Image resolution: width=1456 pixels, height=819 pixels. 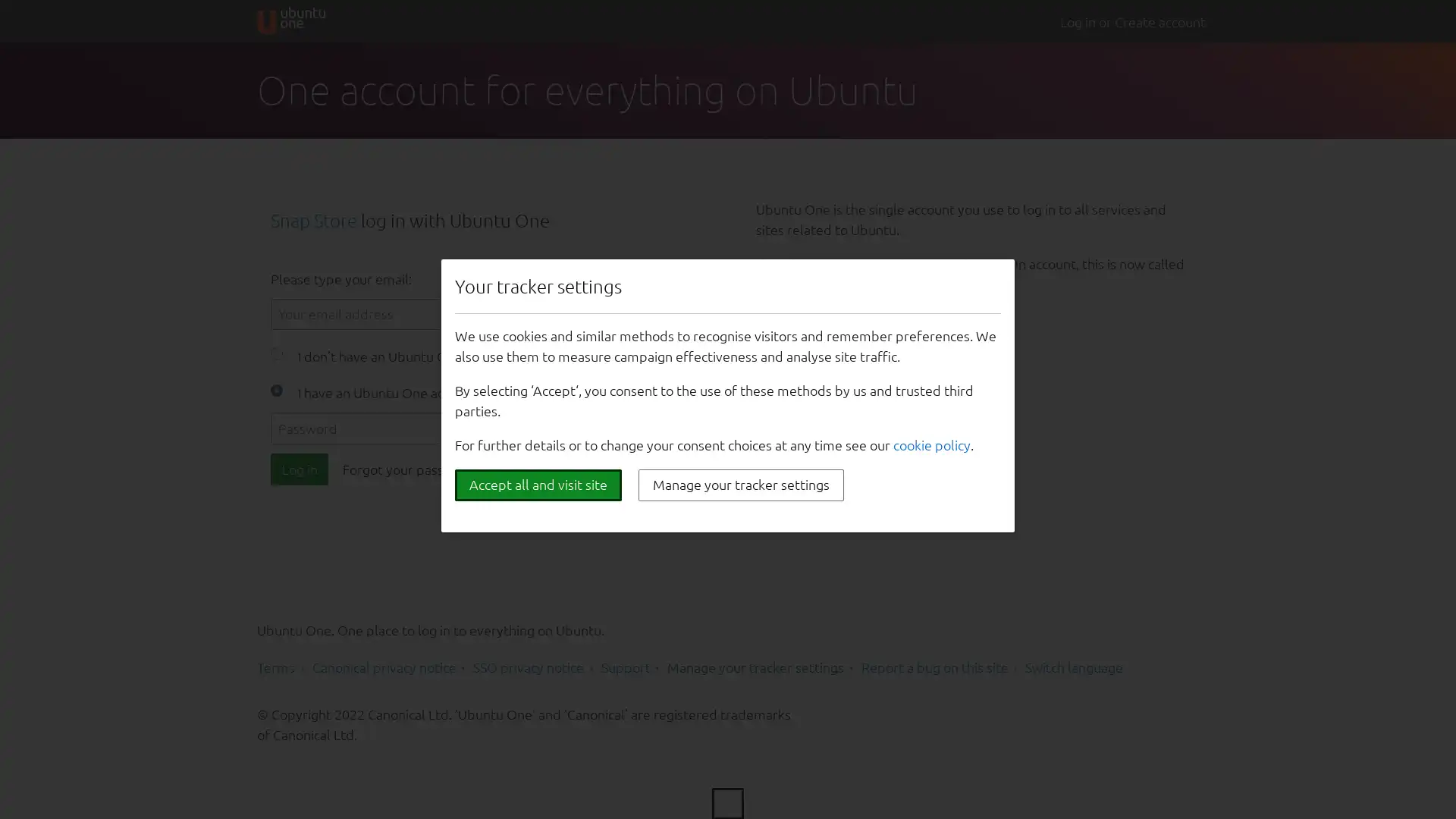 What do you see at coordinates (538, 485) in the screenshot?
I see `Accept all and visit site` at bounding box center [538, 485].